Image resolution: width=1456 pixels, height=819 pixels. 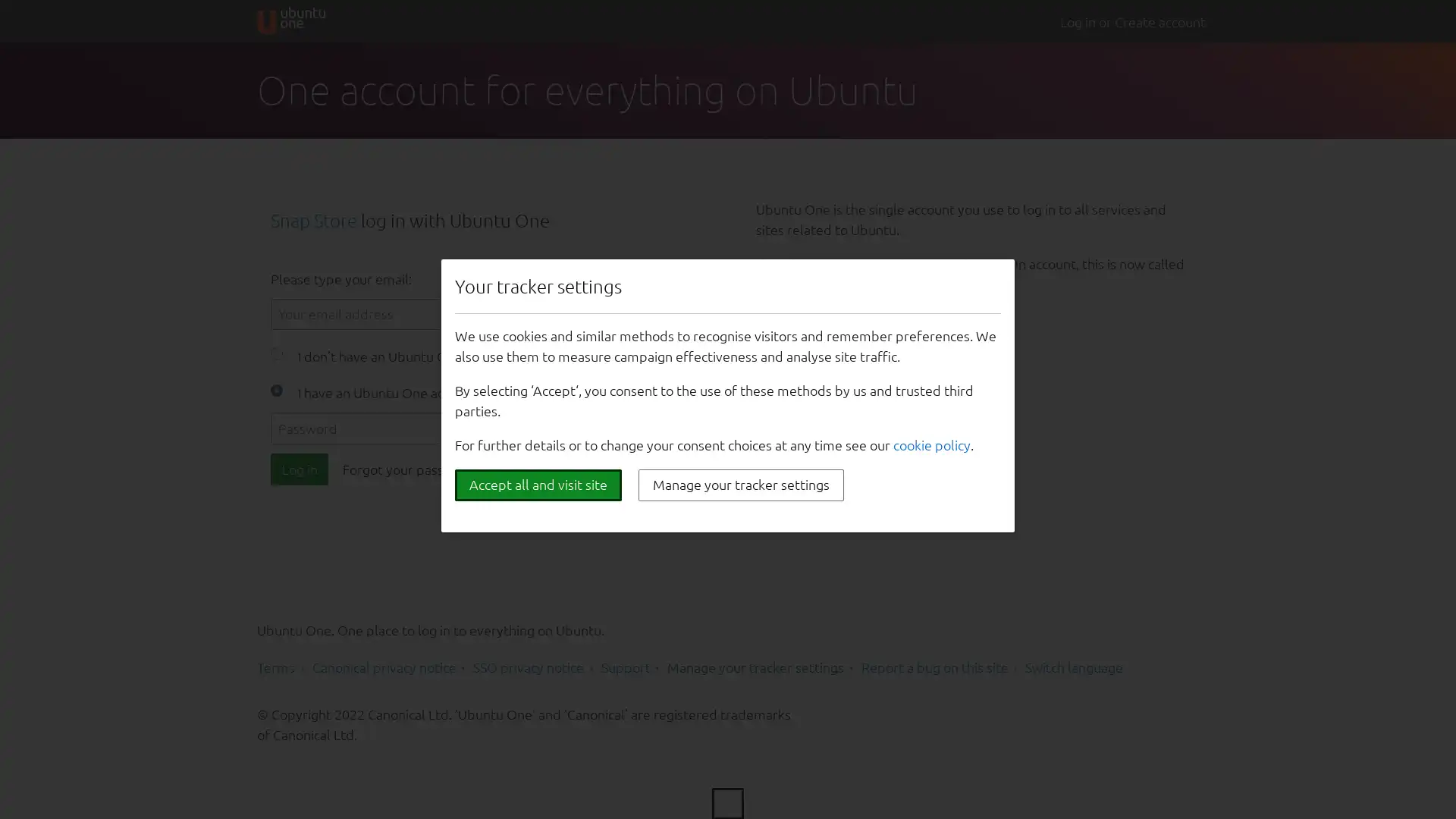 What do you see at coordinates (538, 485) in the screenshot?
I see `Accept all and visit site` at bounding box center [538, 485].